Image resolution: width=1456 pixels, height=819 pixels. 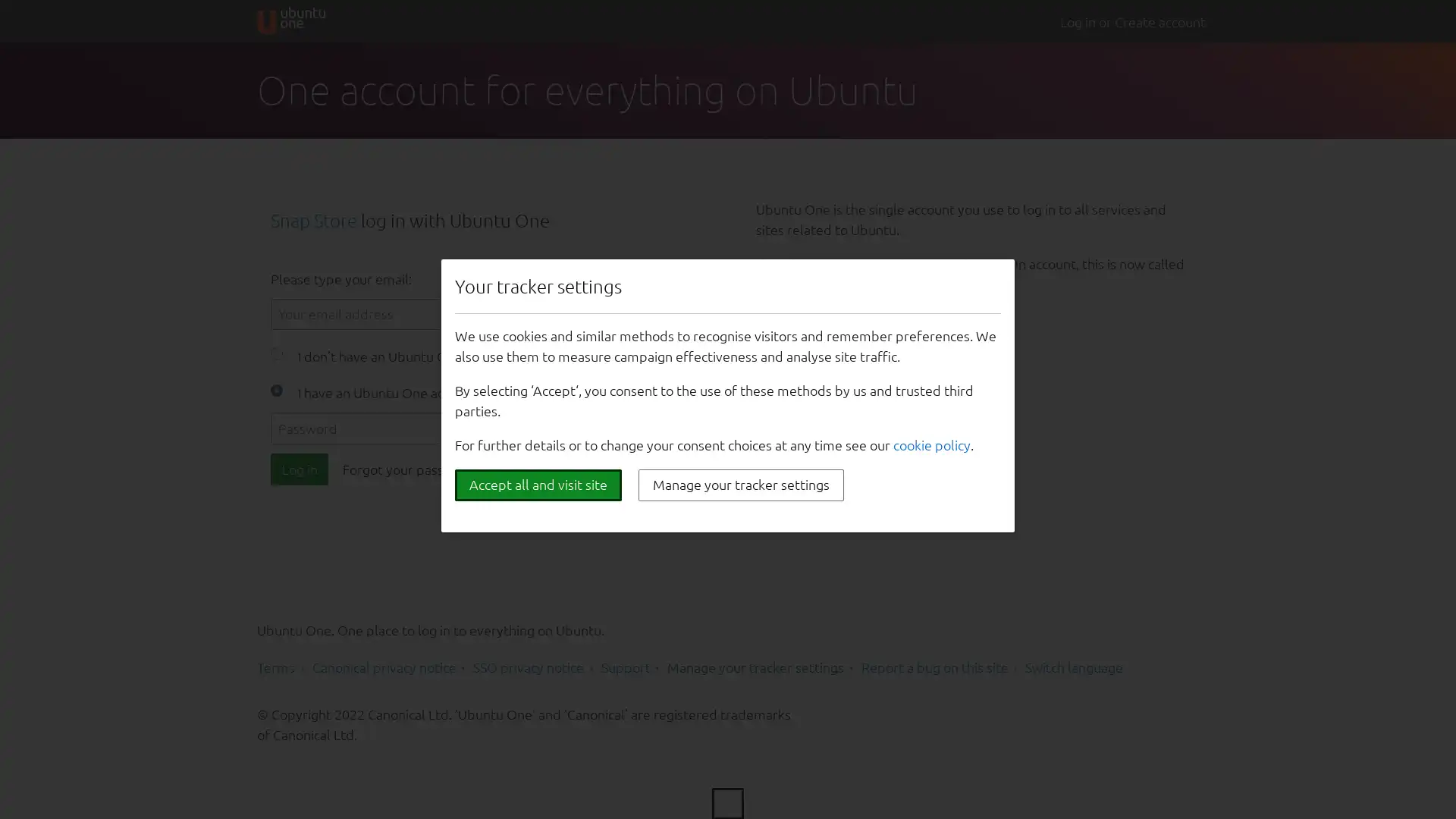 What do you see at coordinates (538, 485) in the screenshot?
I see `Accept all and visit site` at bounding box center [538, 485].